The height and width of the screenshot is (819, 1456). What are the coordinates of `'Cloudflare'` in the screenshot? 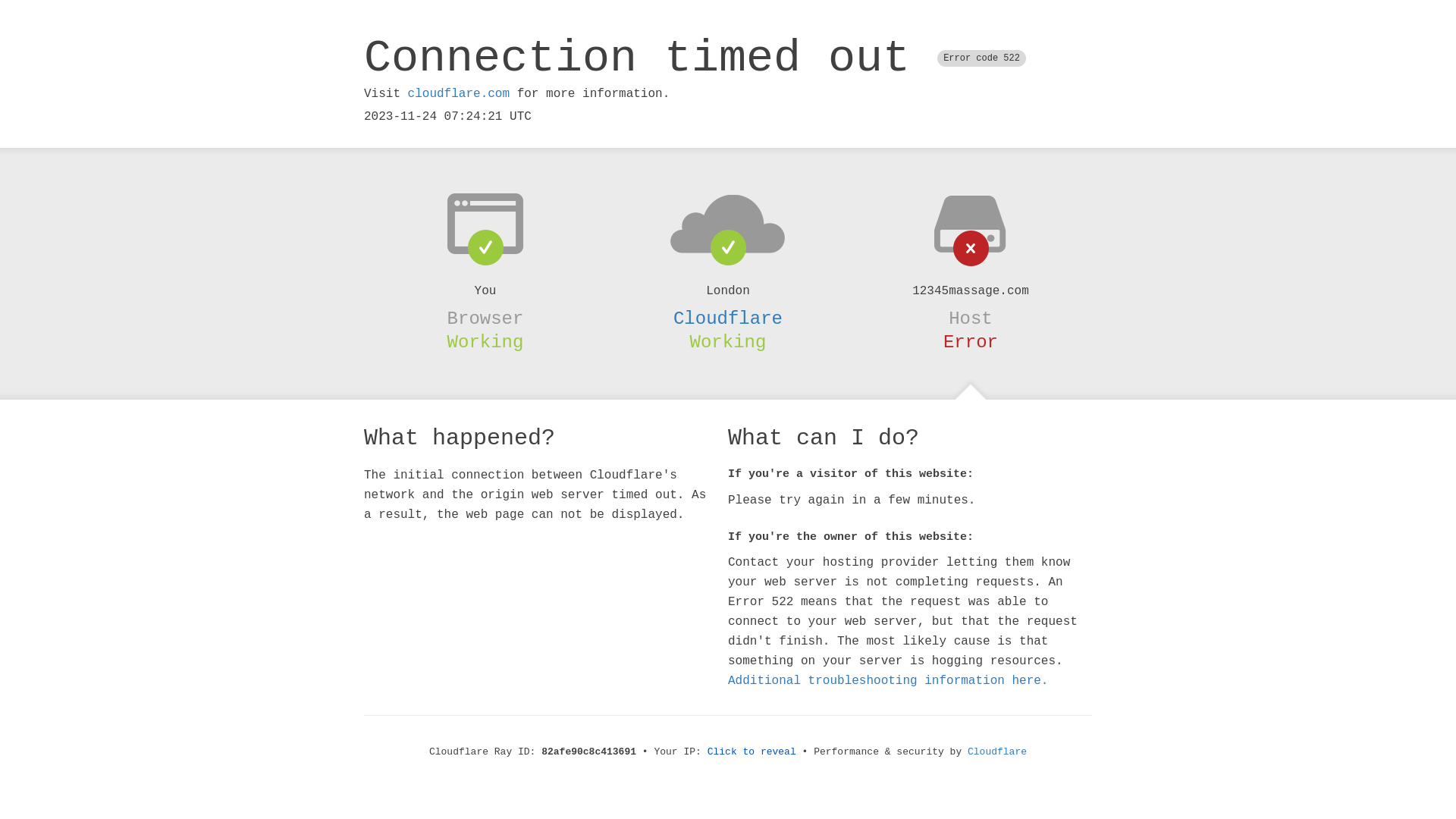 It's located at (728, 318).